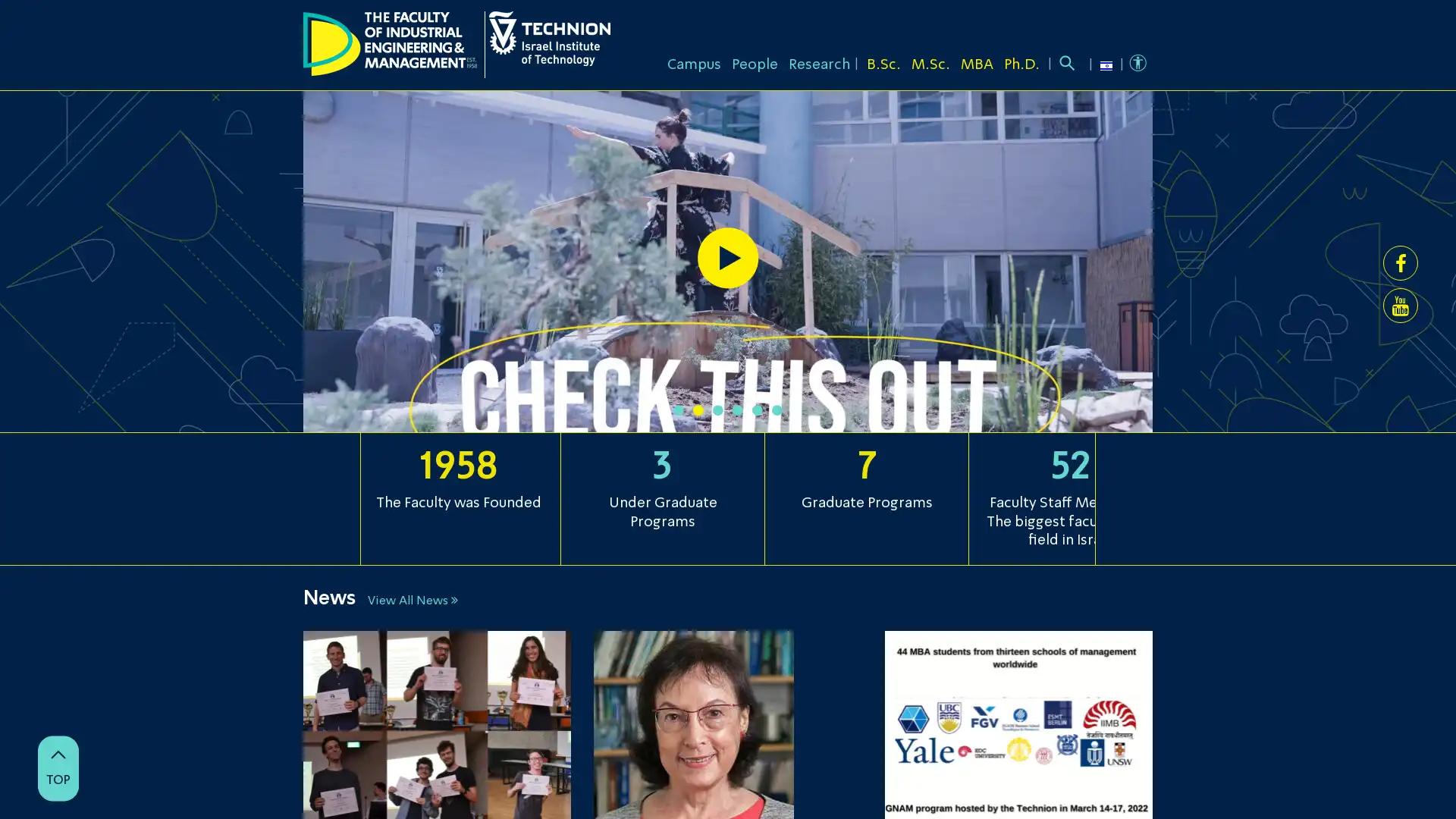  I want to click on 3, so click(717, 409).